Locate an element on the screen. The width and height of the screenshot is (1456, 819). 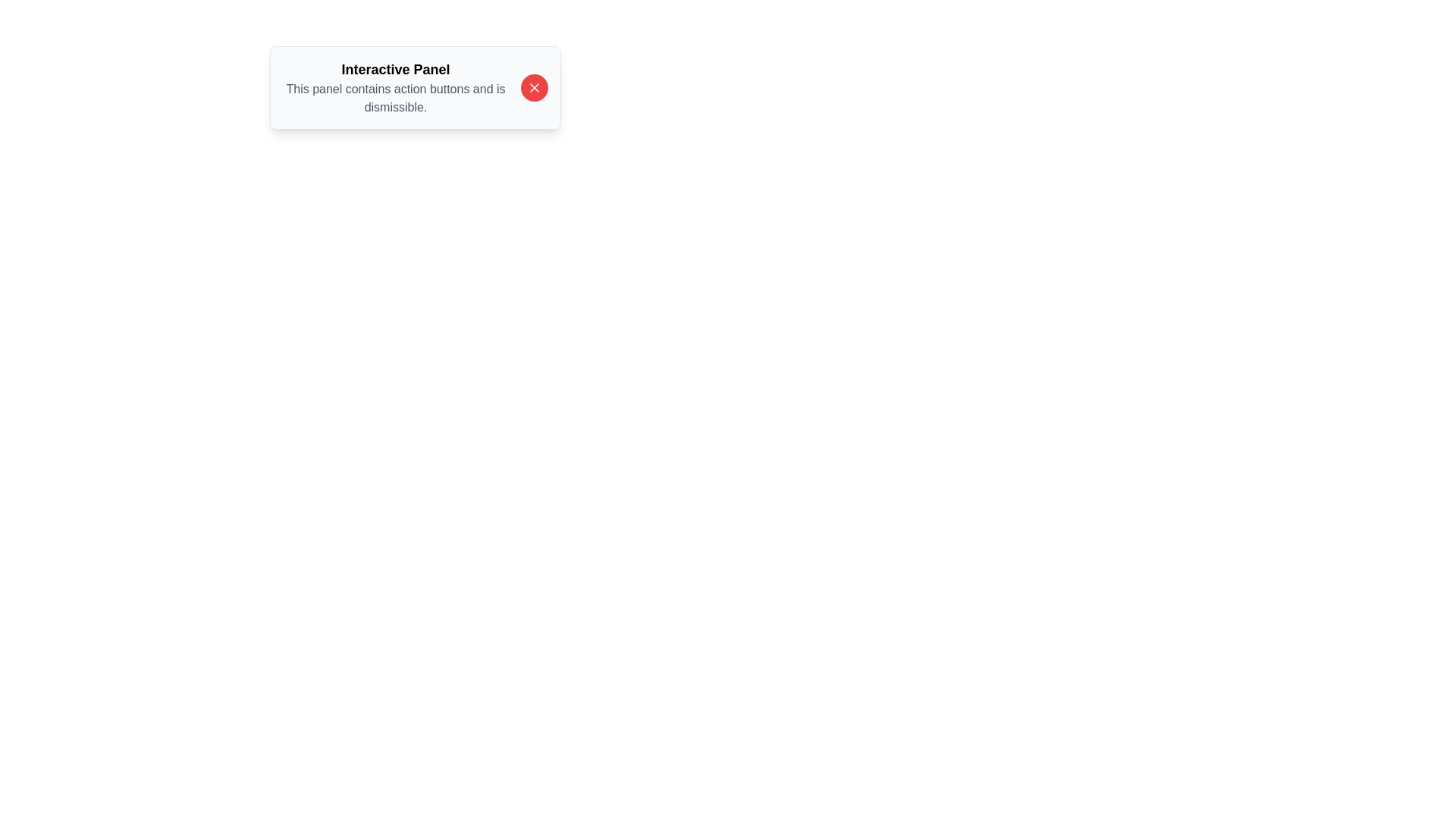
the small, red 'X' icon which is part of the close button on the right side of the notification panel is located at coordinates (535, 87).